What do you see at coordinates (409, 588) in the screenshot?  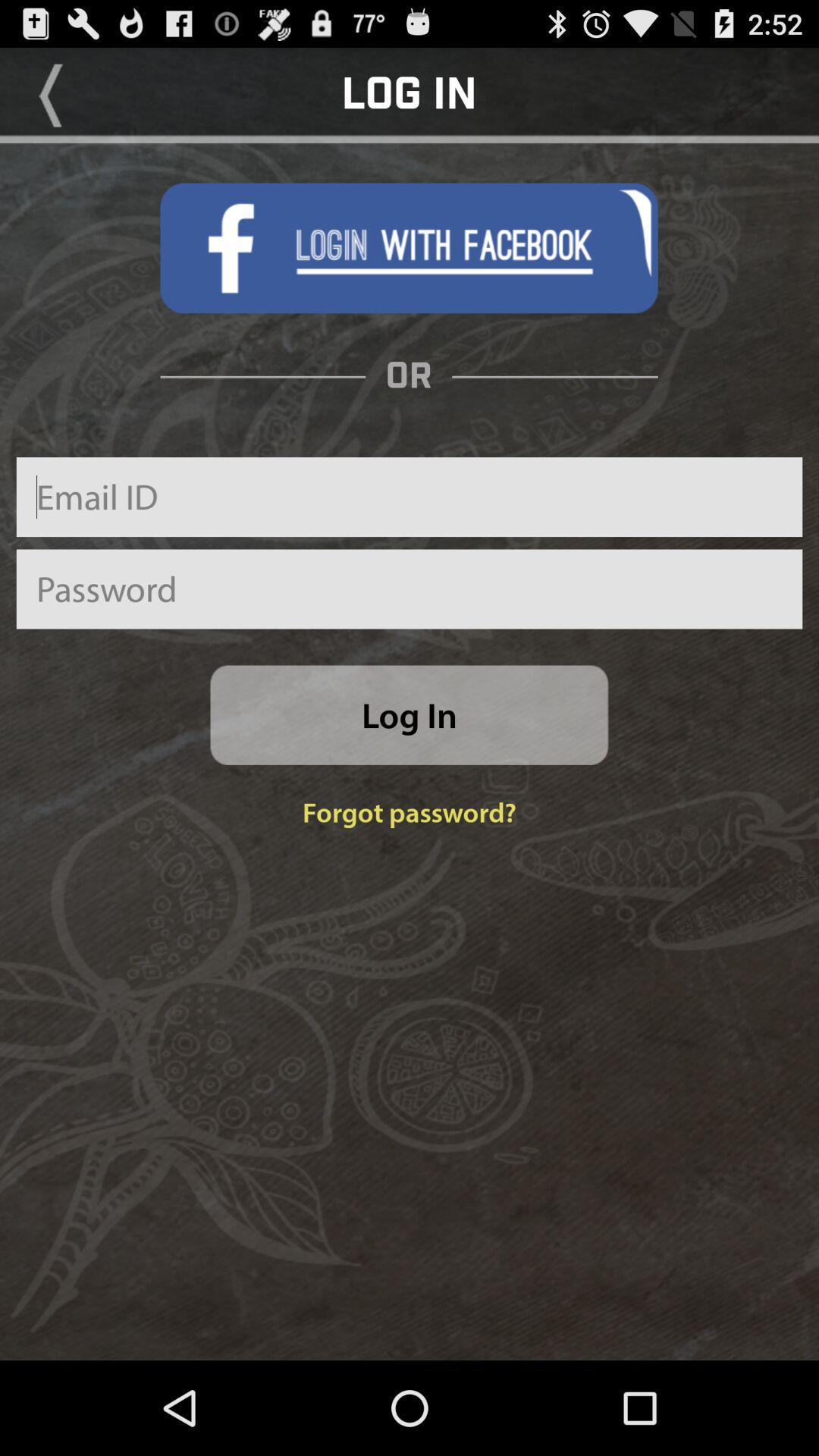 I see `enter password` at bounding box center [409, 588].